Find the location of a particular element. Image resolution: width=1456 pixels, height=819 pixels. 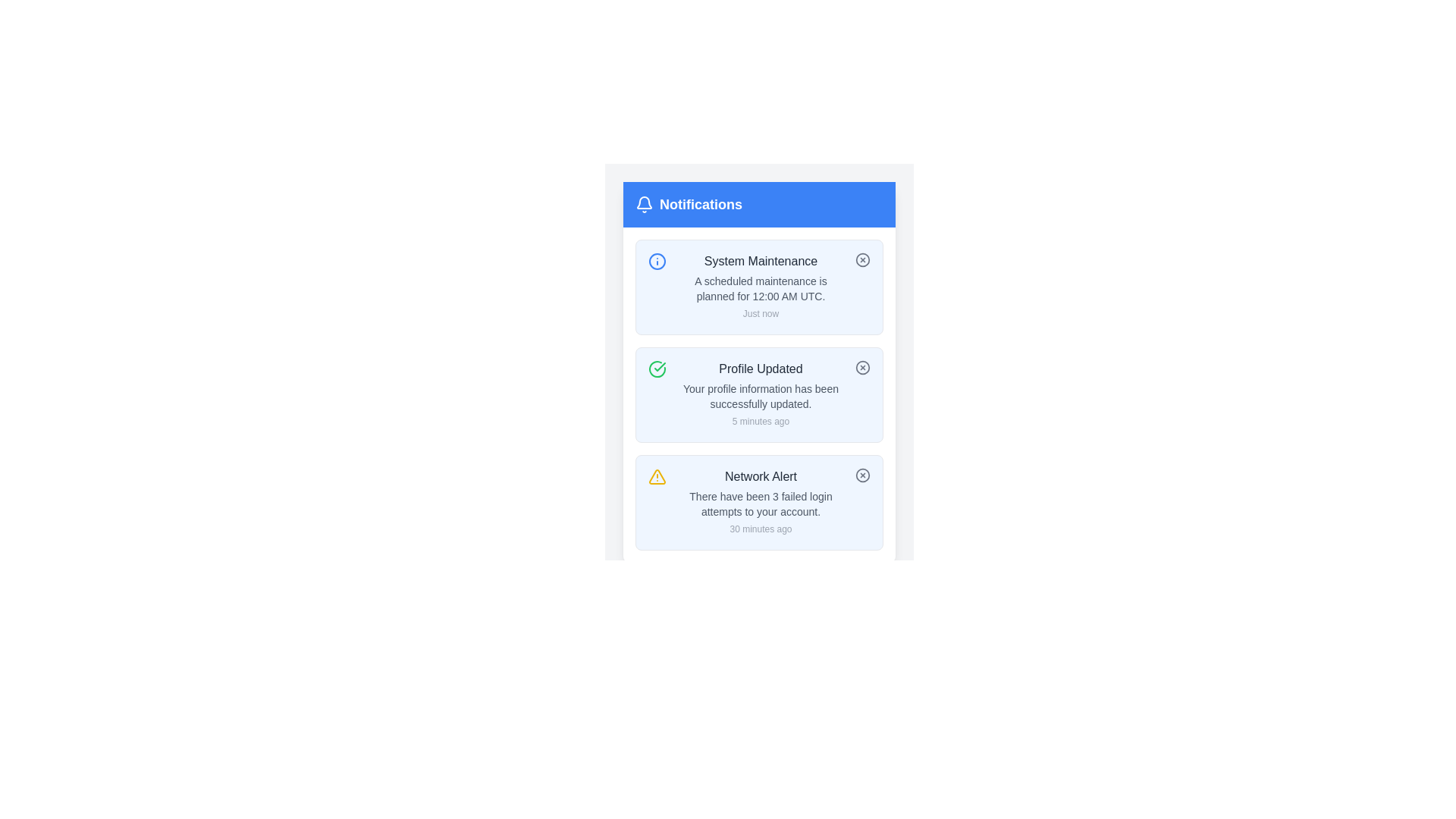

the text element providing details about the 'System Maintenance' notification, which is located directly below the 'System Maintenance' heading in the notification card is located at coordinates (761, 289).